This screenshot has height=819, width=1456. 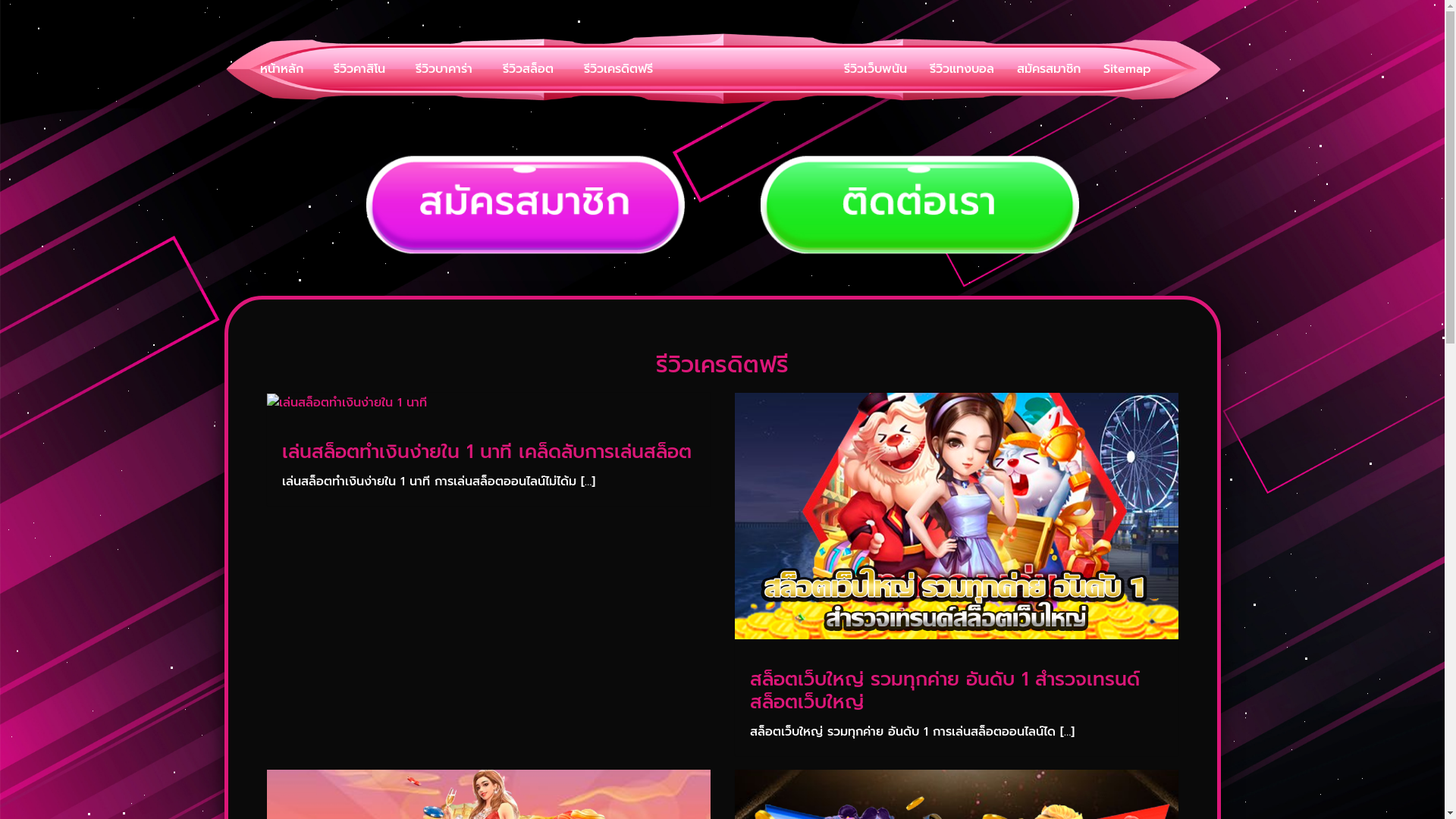 I want to click on 'Sitemap', so click(x=1126, y=69).